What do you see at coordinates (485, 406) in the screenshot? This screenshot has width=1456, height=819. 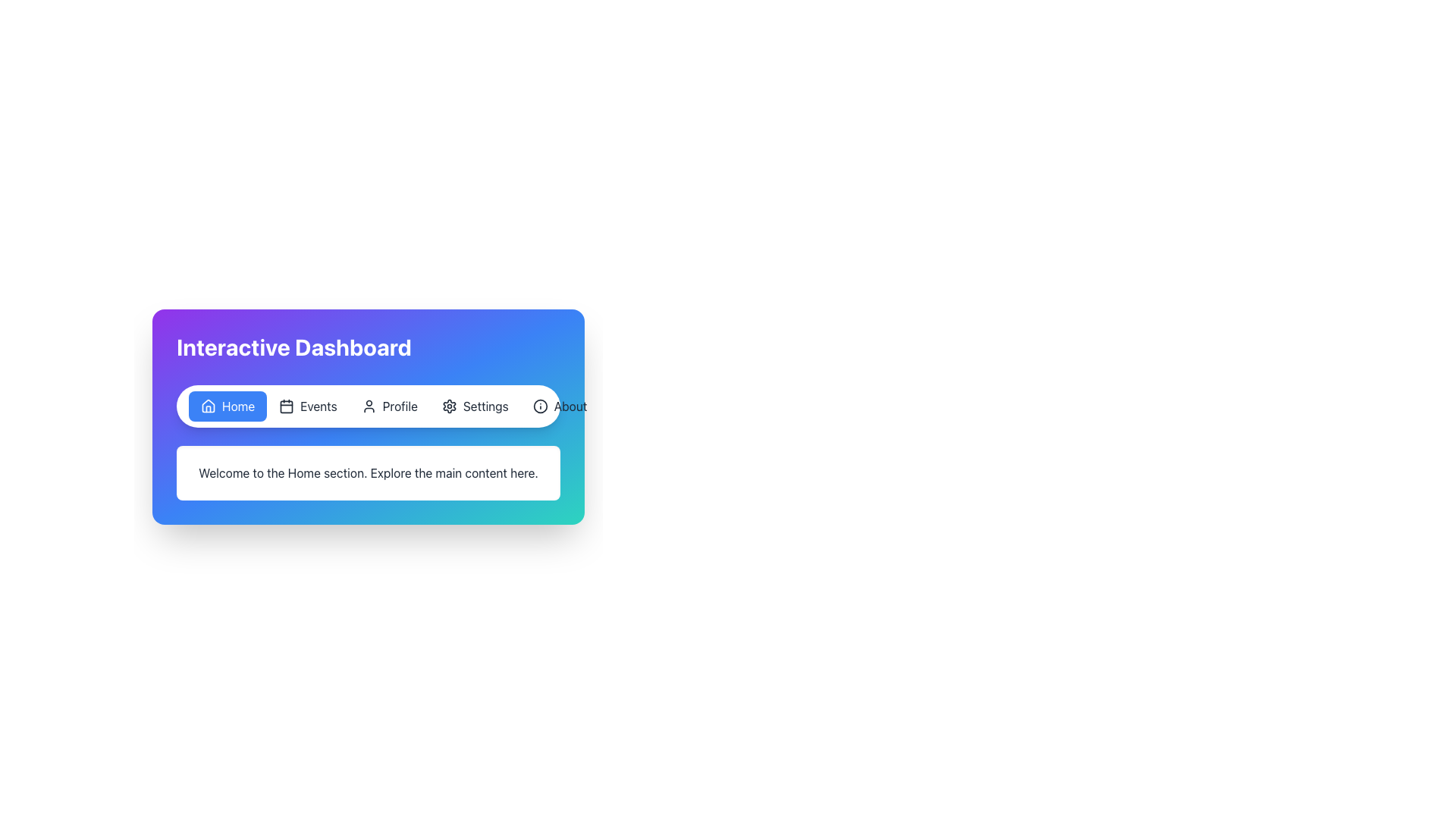 I see `the text label located in the interactive navigation bar to the right of the 'Profile' link and adjacent to the gear icon` at bounding box center [485, 406].